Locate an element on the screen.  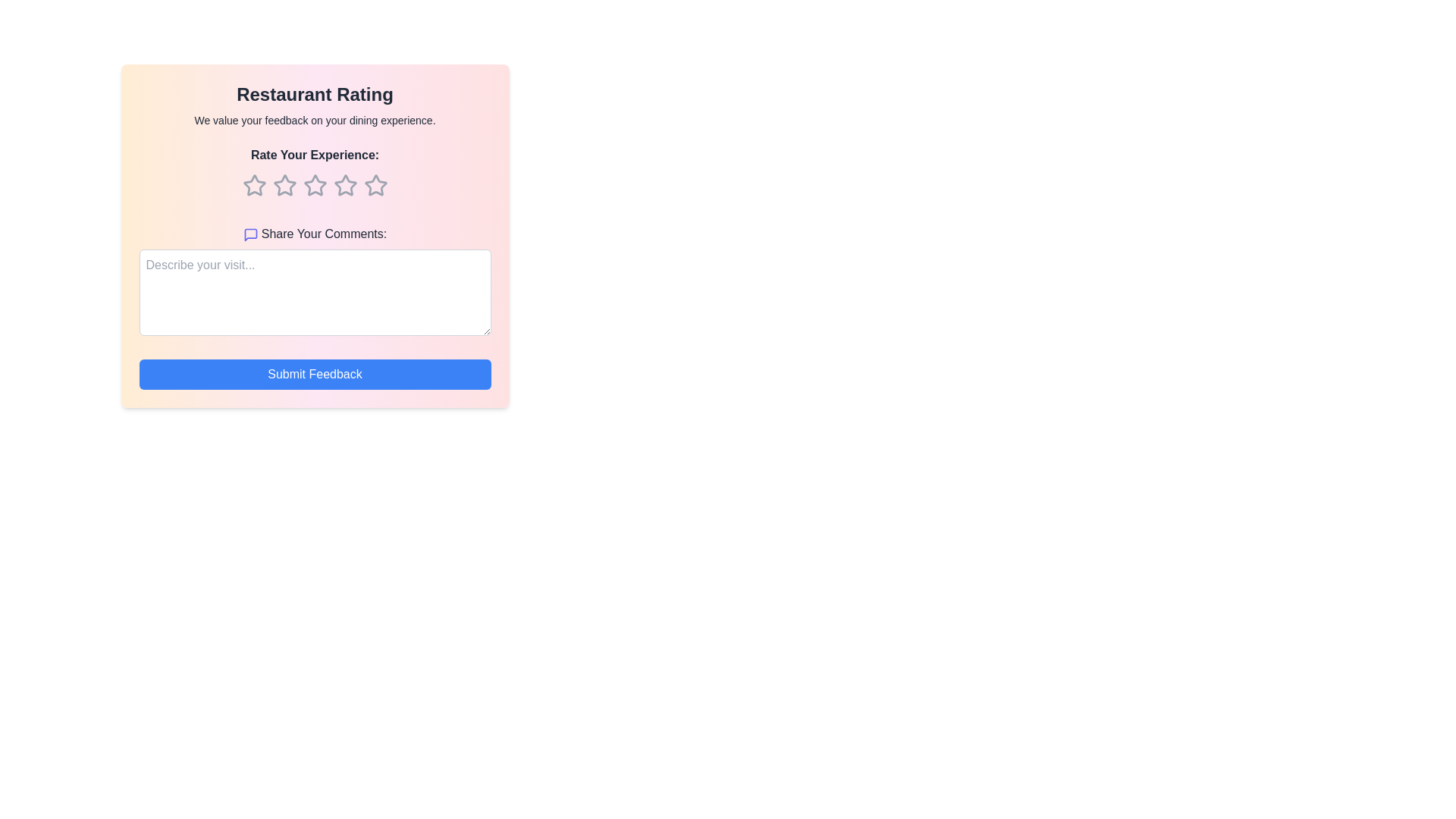
the comment icon located immediately to the left of the text 'Share Your Comments:' is located at coordinates (250, 234).